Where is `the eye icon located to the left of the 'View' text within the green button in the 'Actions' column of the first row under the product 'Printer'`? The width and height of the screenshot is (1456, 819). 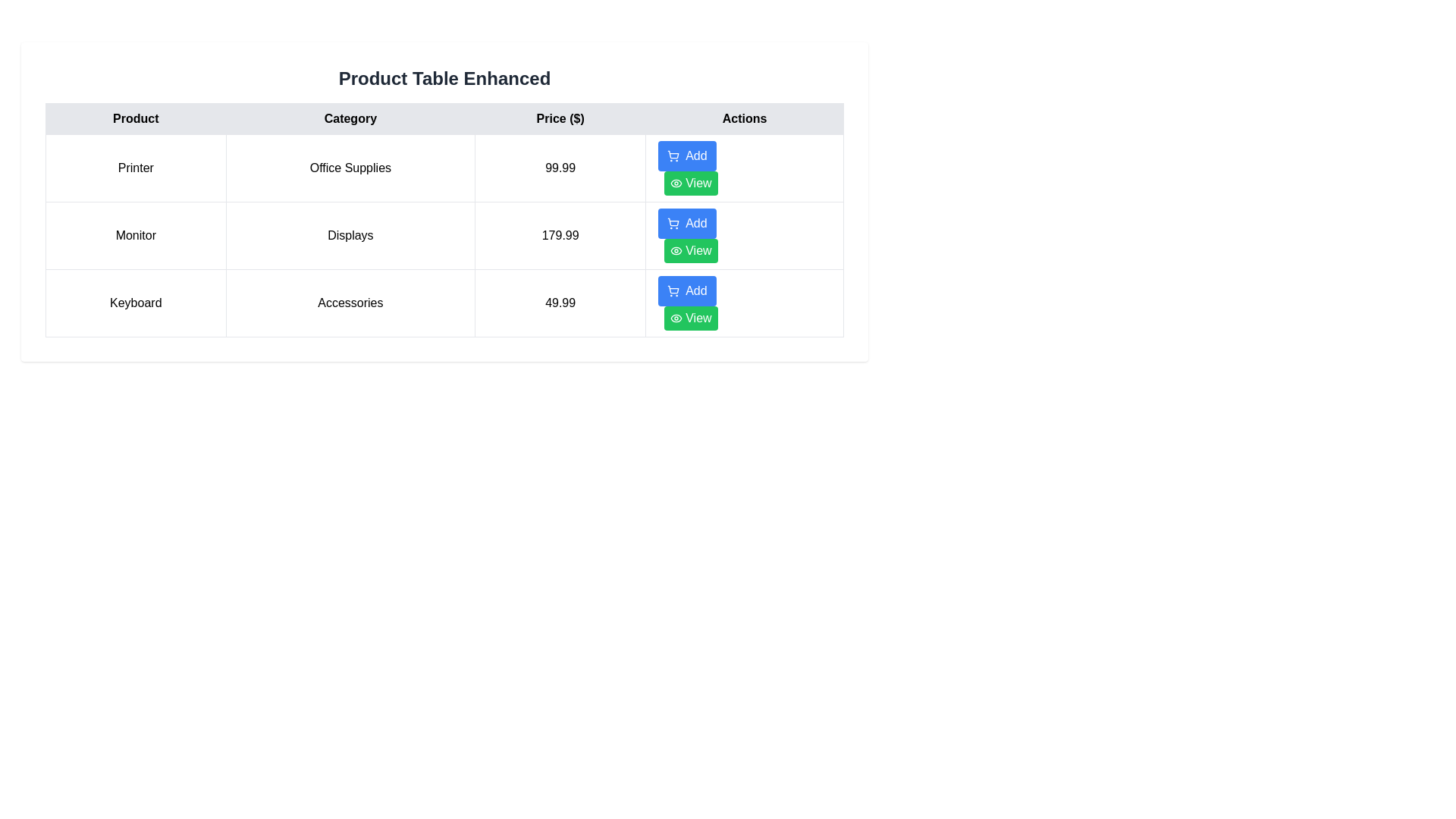
the eye icon located to the left of the 'View' text within the green button in the 'Actions' column of the first row under the product 'Printer' is located at coordinates (676, 183).